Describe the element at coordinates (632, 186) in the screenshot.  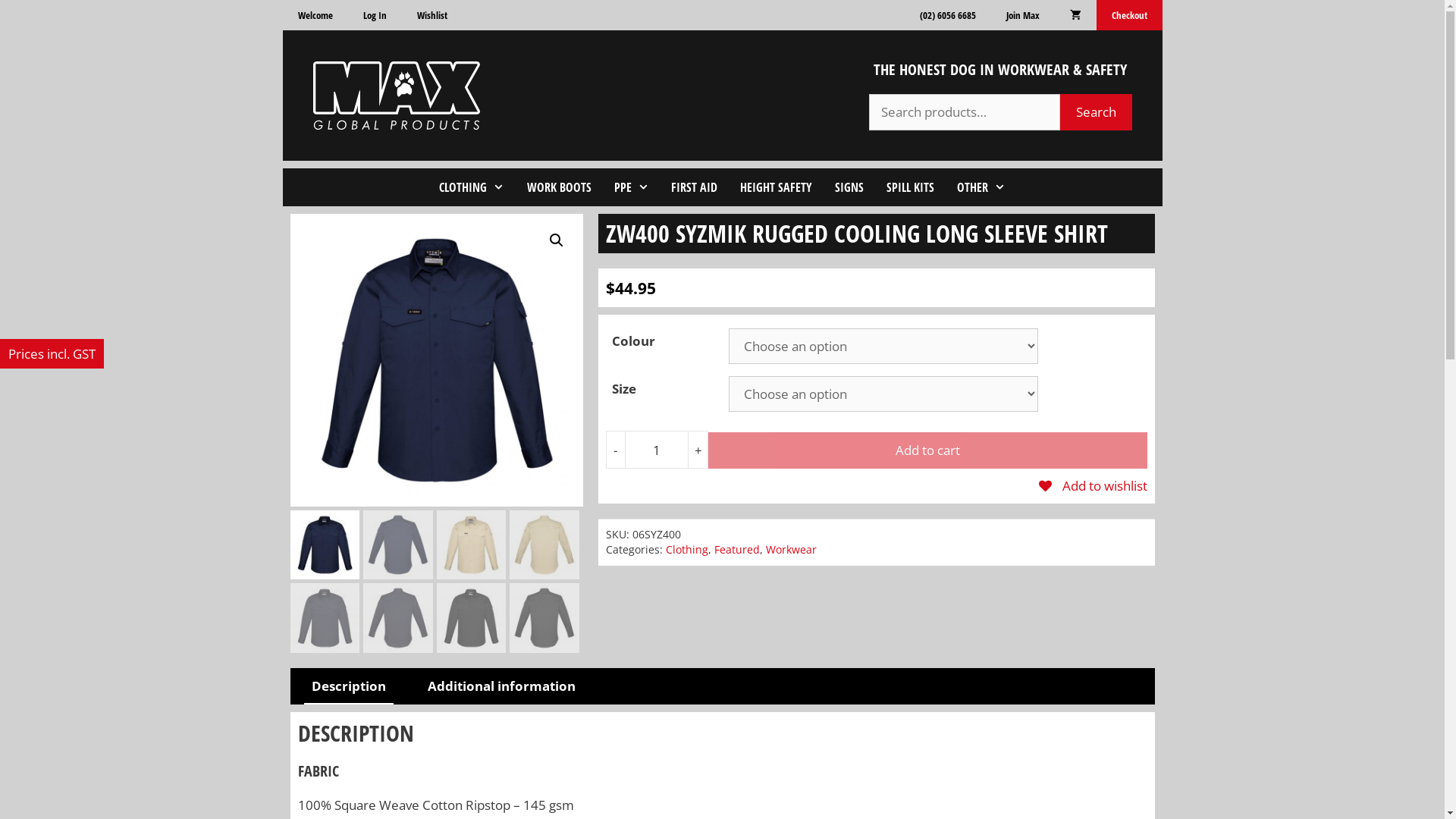
I see `'PPE'` at that location.